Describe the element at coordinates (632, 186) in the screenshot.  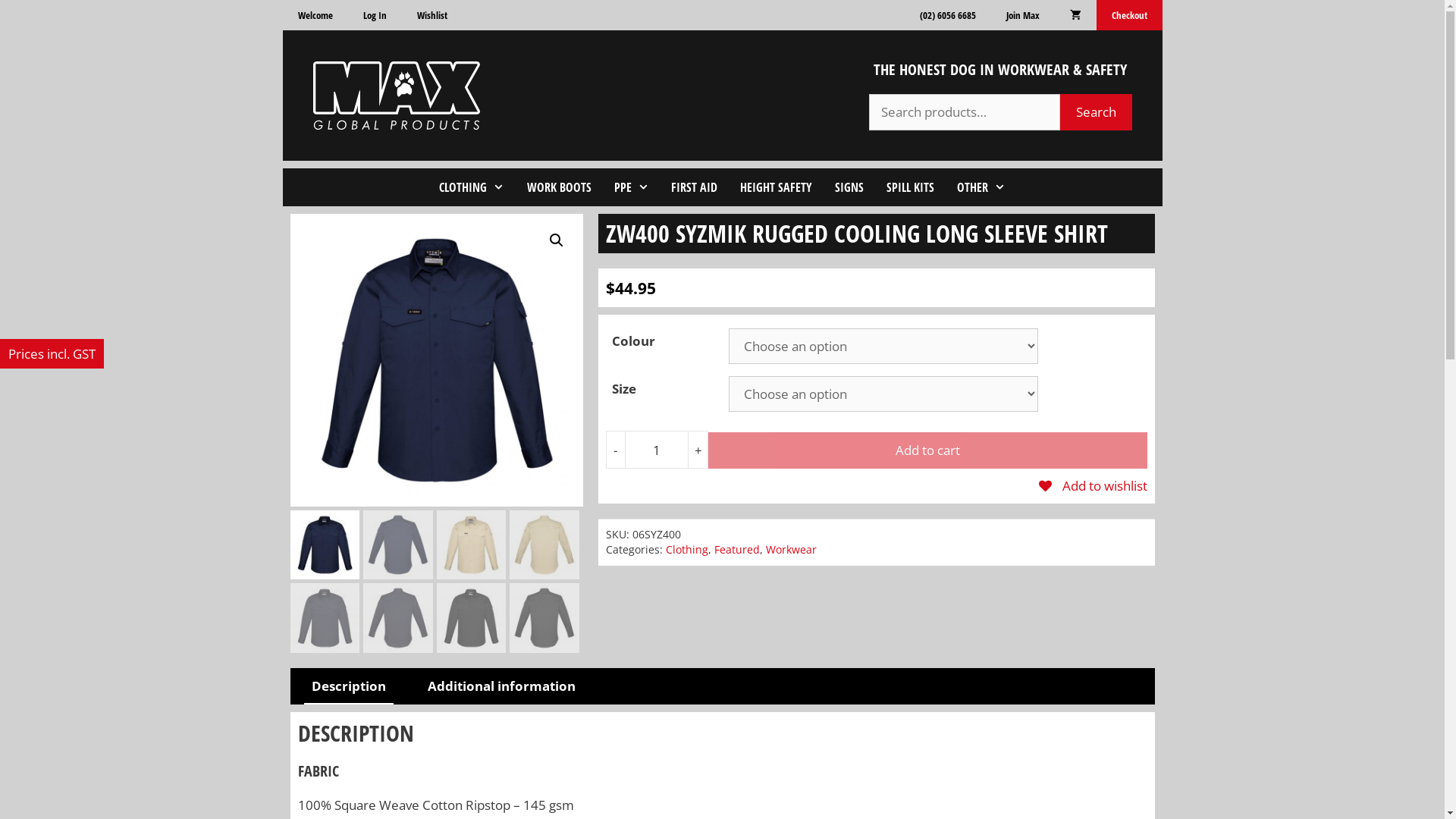
I see `'PPE'` at that location.